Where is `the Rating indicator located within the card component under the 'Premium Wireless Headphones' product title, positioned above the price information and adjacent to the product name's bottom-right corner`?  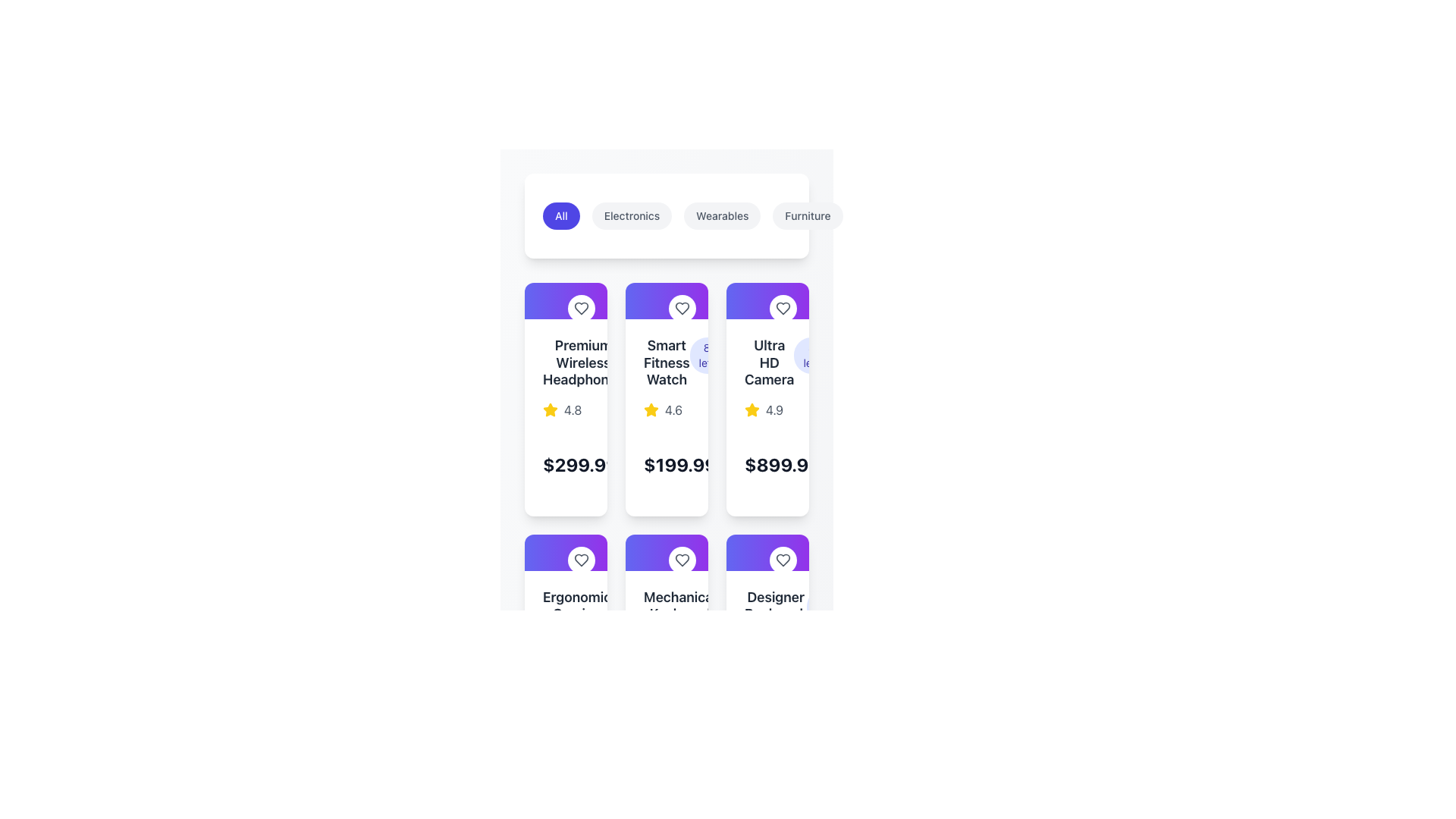 the Rating indicator located within the card component under the 'Premium Wireless Headphones' product title, positioned above the price information and adjacent to the product name's bottom-right corner is located at coordinates (565, 409).